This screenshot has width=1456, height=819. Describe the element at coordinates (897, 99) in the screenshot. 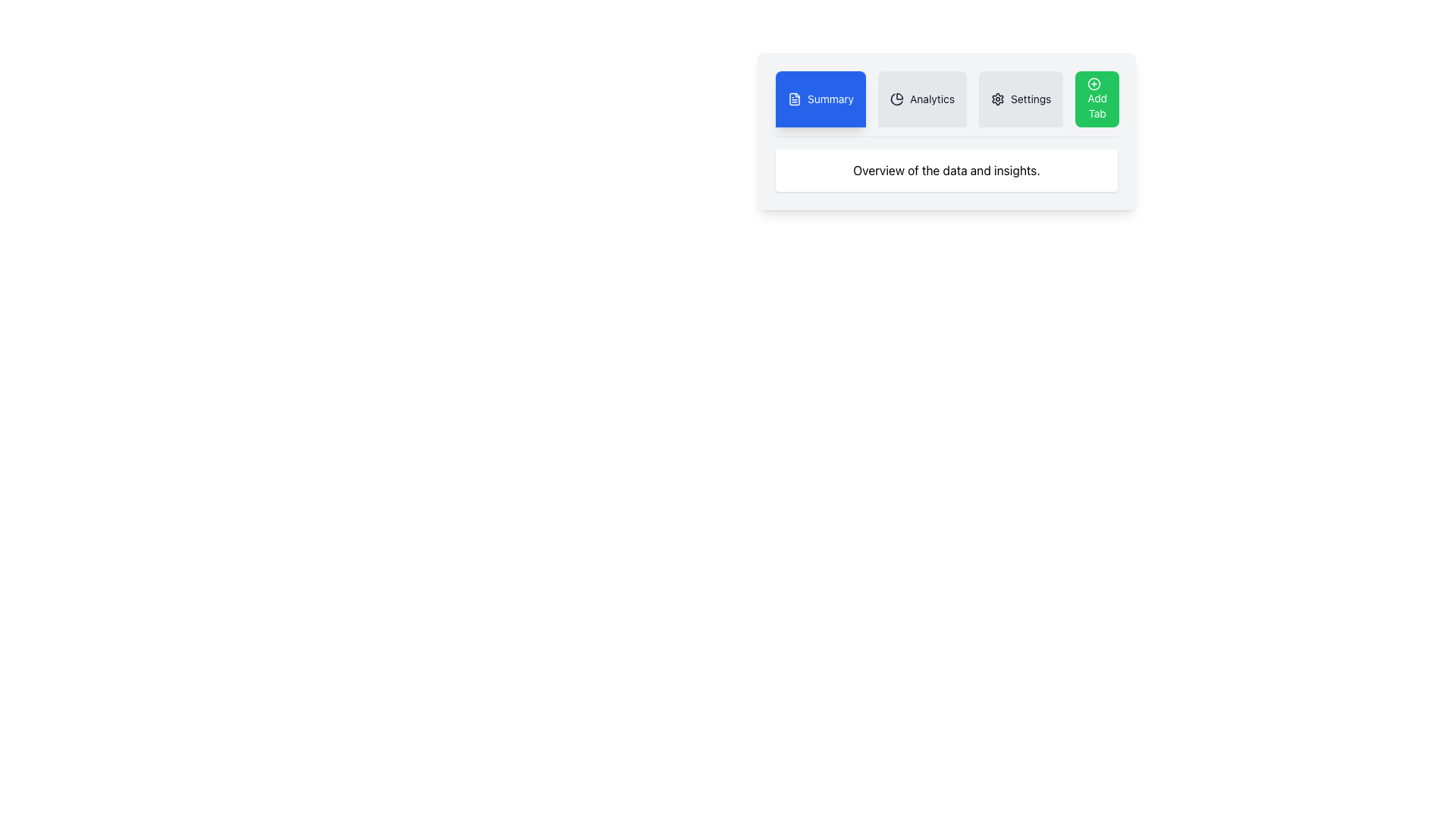

I see `the pie chart icon within the 'Analytics' button, which is the second button in a row of four buttons` at that location.